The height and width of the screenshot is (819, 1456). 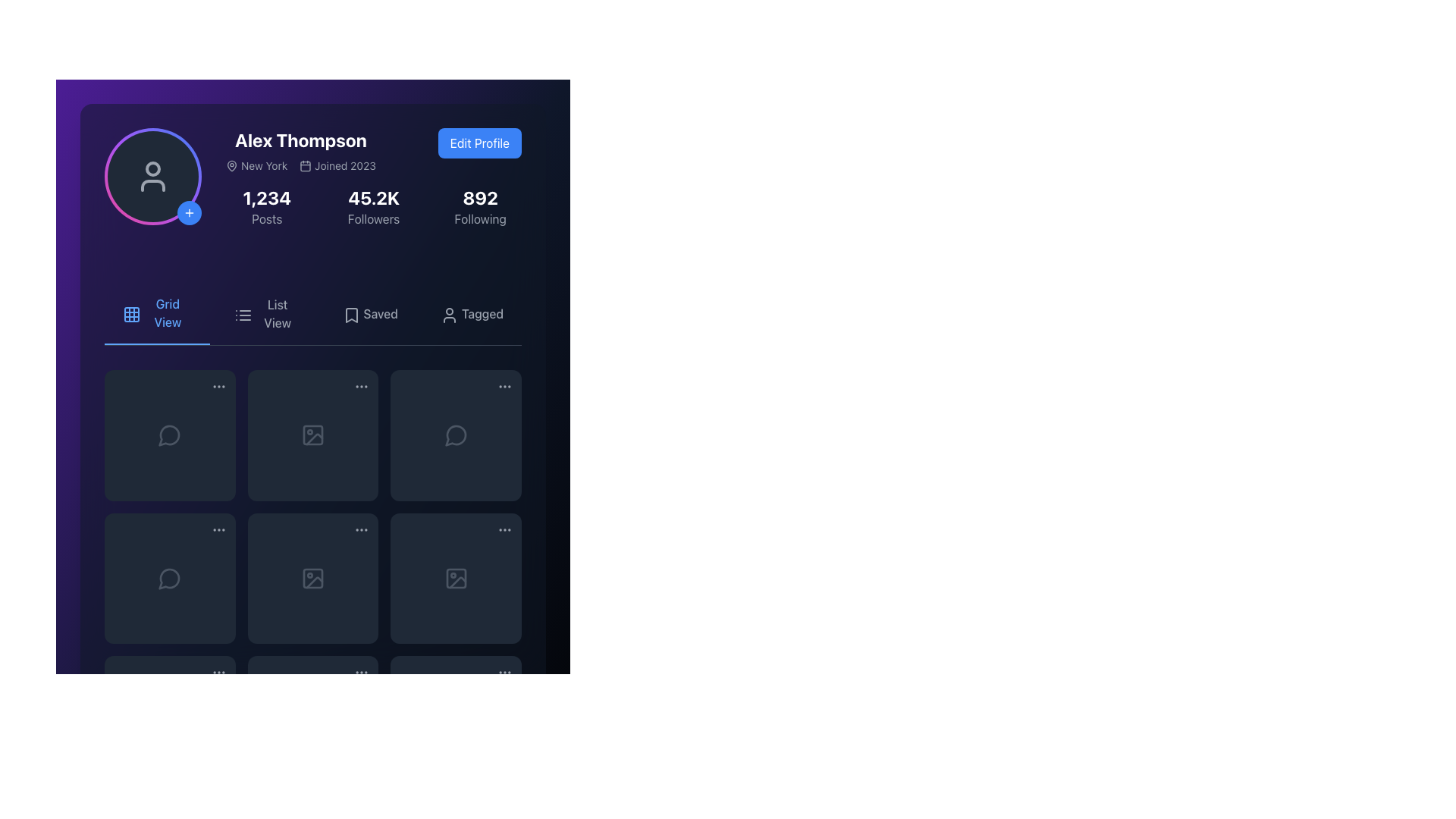 What do you see at coordinates (168, 312) in the screenshot?
I see `the 'Grid View' text label, which is the first navigation option located beneath the grid icon in the top-left quadrant of the layout` at bounding box center [168, 312].